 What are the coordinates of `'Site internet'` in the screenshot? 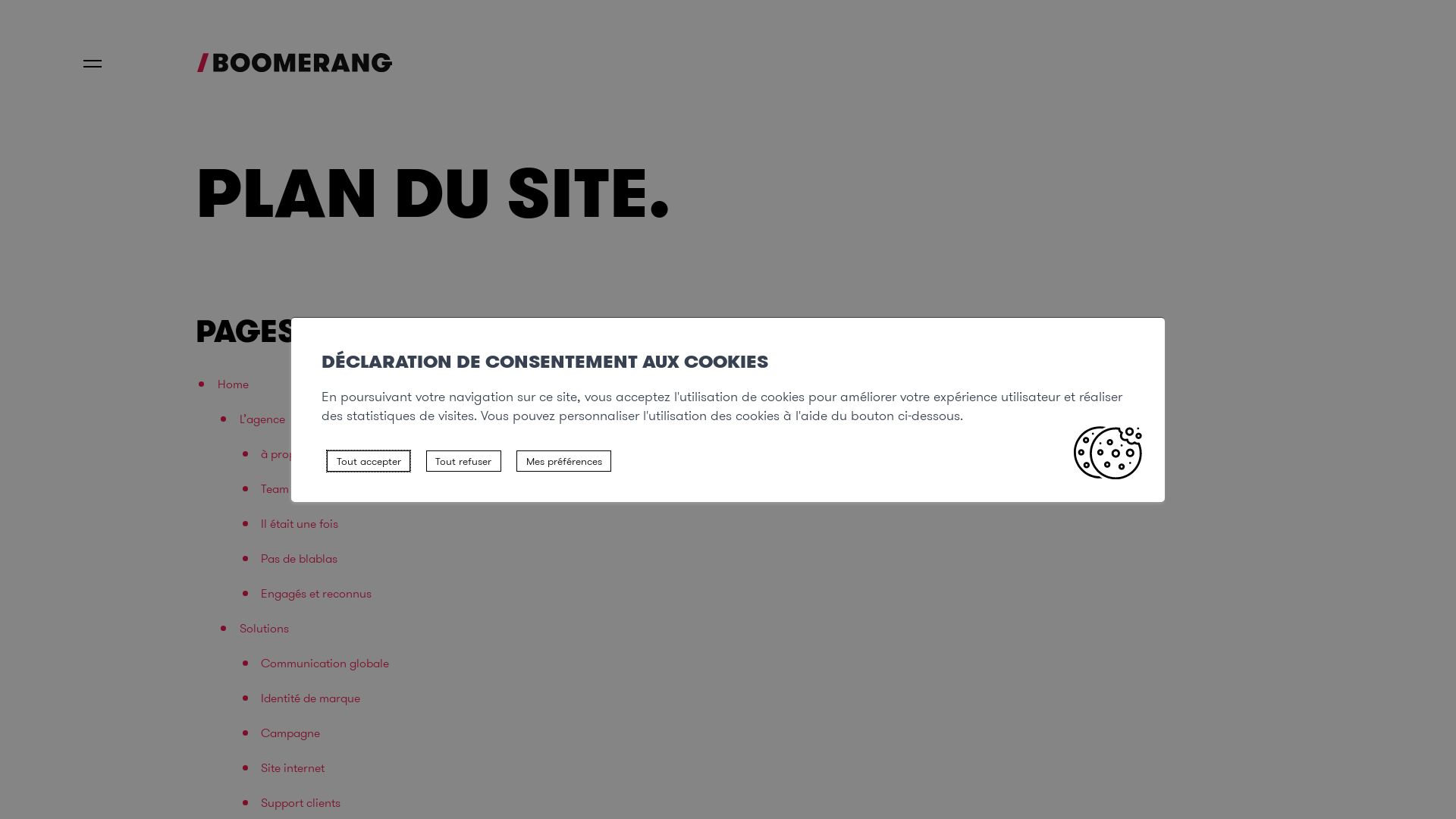 It's located at (292, 767).